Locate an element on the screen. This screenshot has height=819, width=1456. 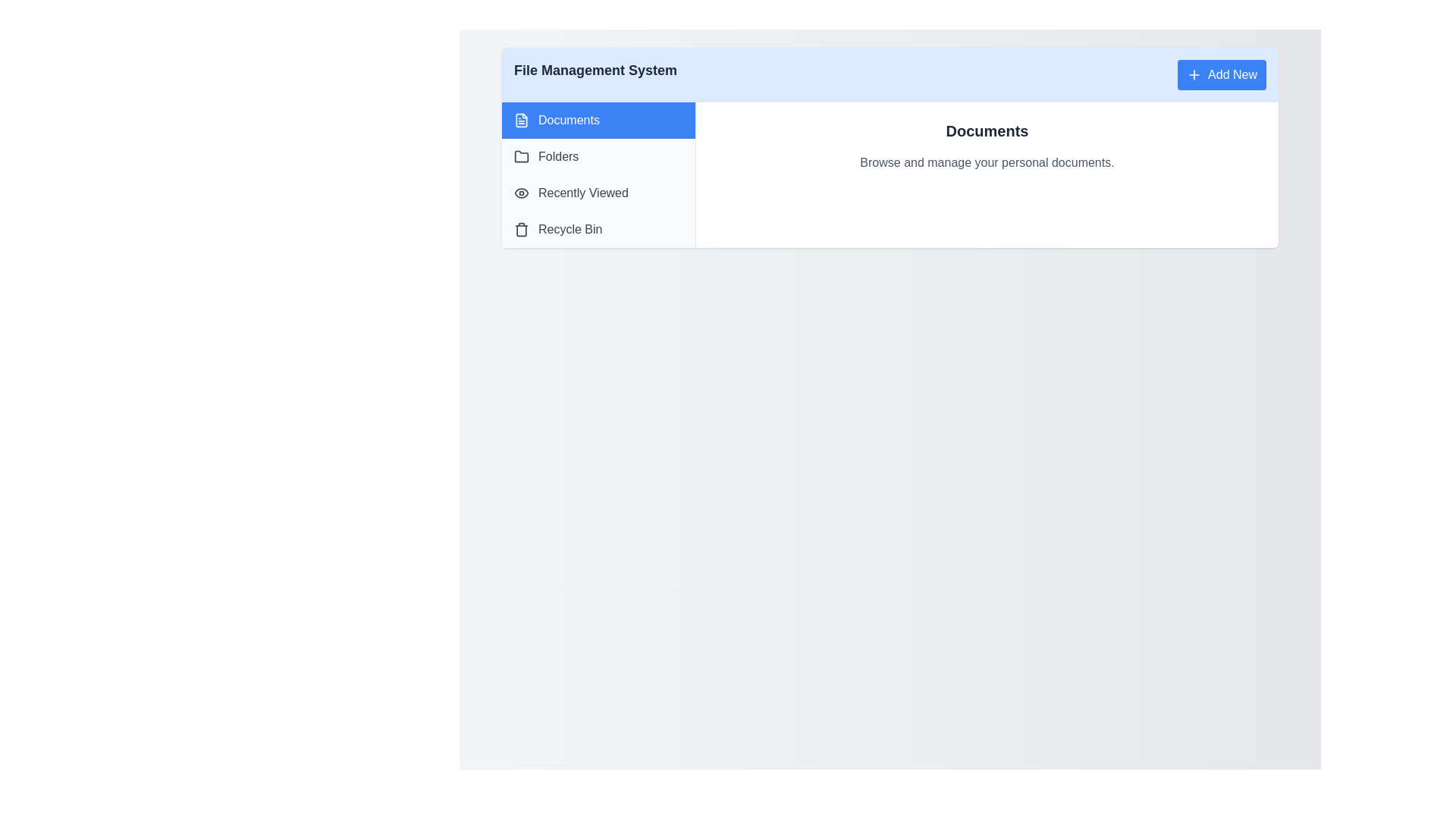
the 'Recycle Bin' entry in the sidebar menu, which is the fourth item below 'Recently Viewed' and features a bin icon and gray text is located at coordinates (598, 230).